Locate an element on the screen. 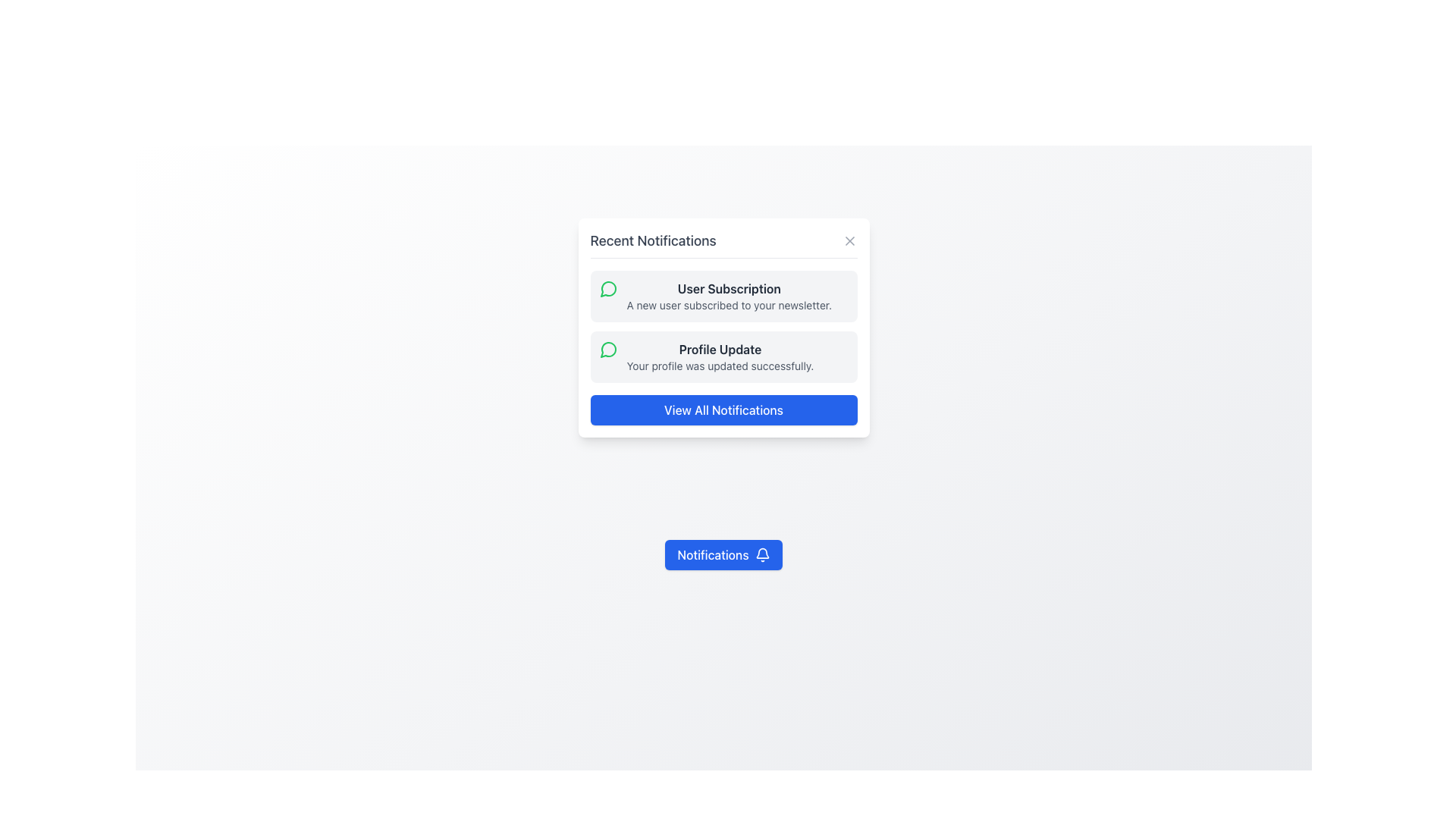  information displayed in the text block titled 'User Subscription' that includes the description 'A new user subscribed to your newsletter.' is located at coordinates (729, 296).